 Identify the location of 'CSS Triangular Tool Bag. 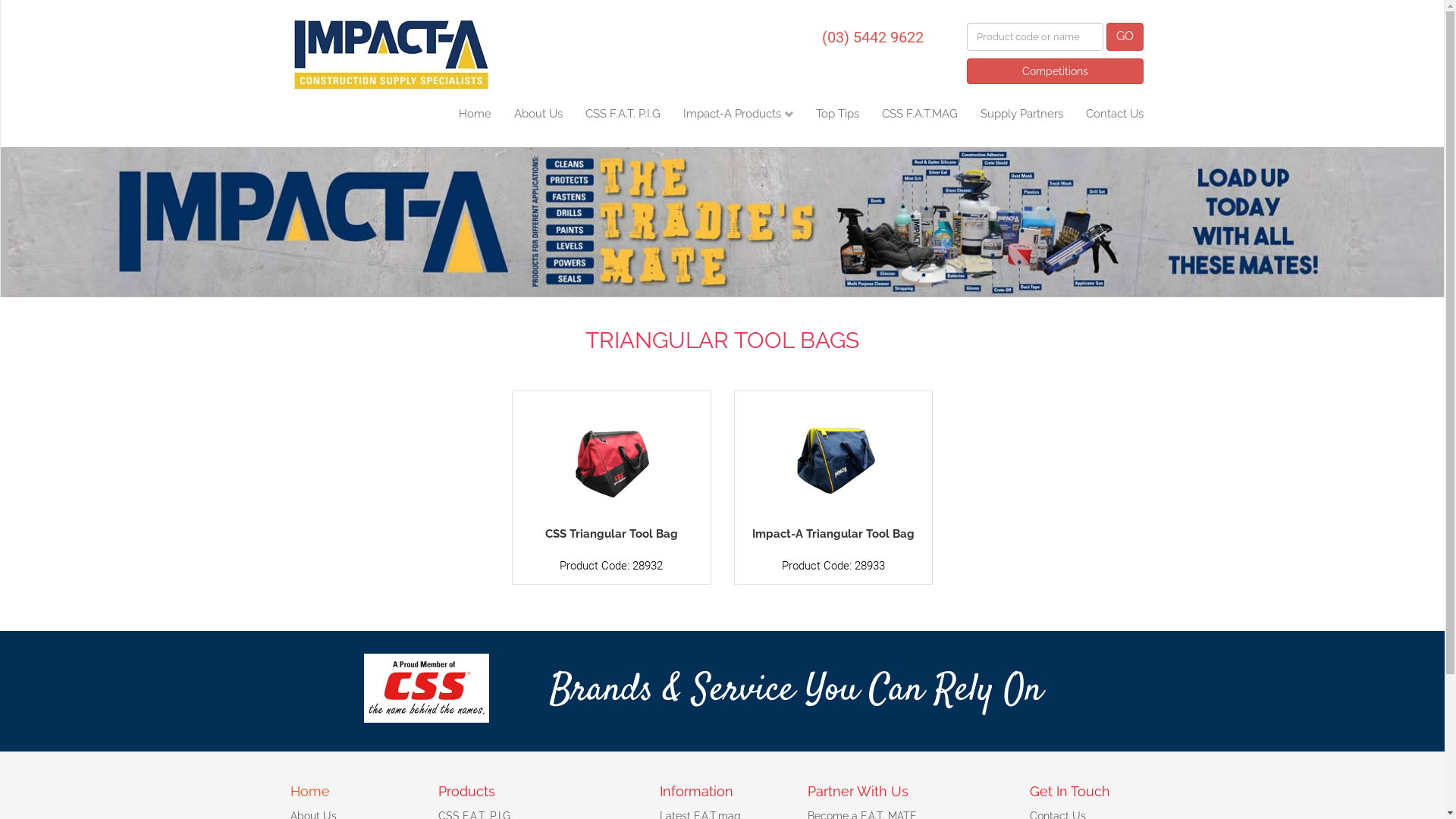
(611, 487).